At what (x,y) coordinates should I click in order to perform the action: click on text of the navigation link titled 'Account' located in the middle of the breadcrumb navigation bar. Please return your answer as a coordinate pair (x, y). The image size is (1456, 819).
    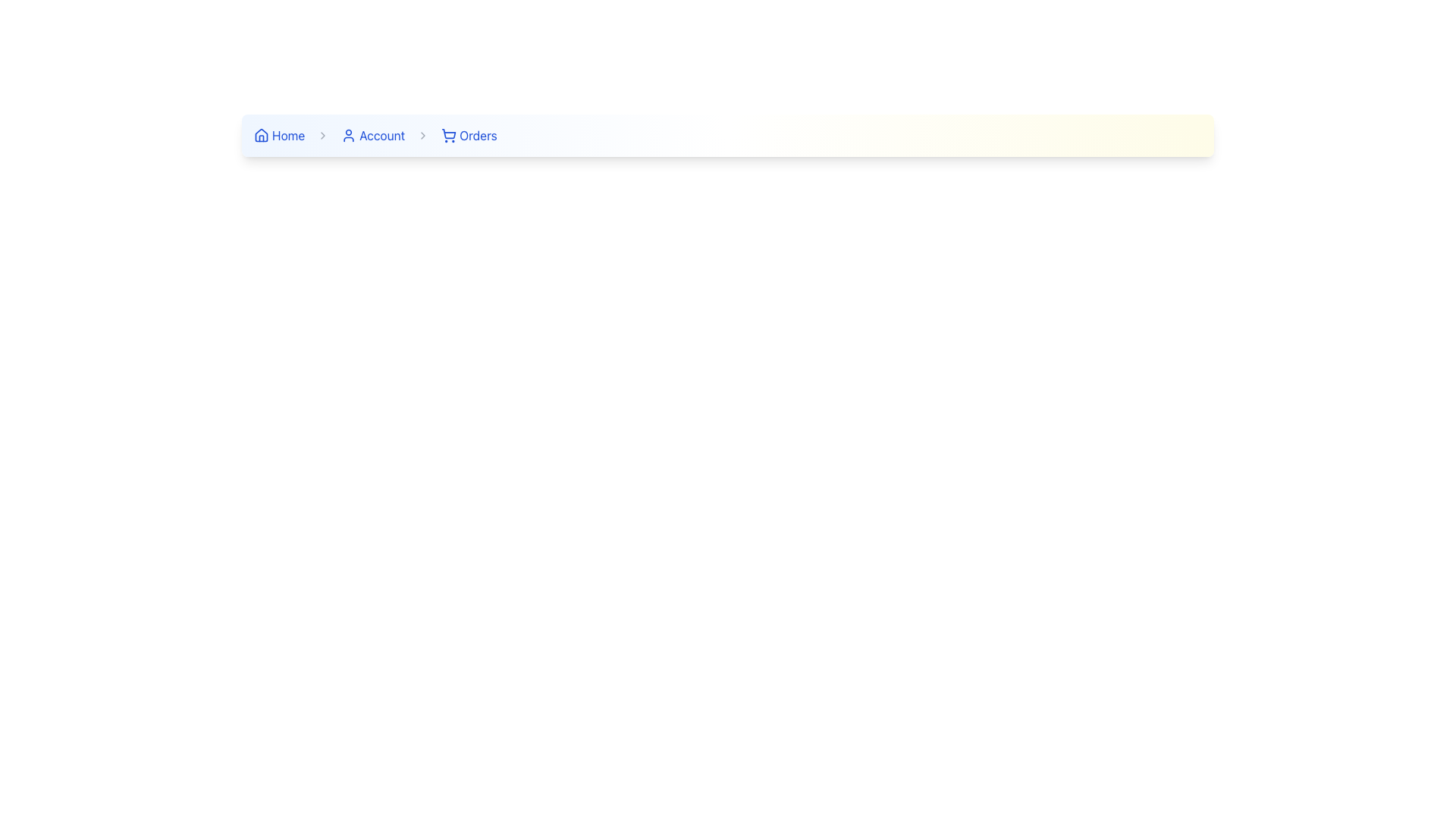
    Looking at the image, I should click on (382, 134).